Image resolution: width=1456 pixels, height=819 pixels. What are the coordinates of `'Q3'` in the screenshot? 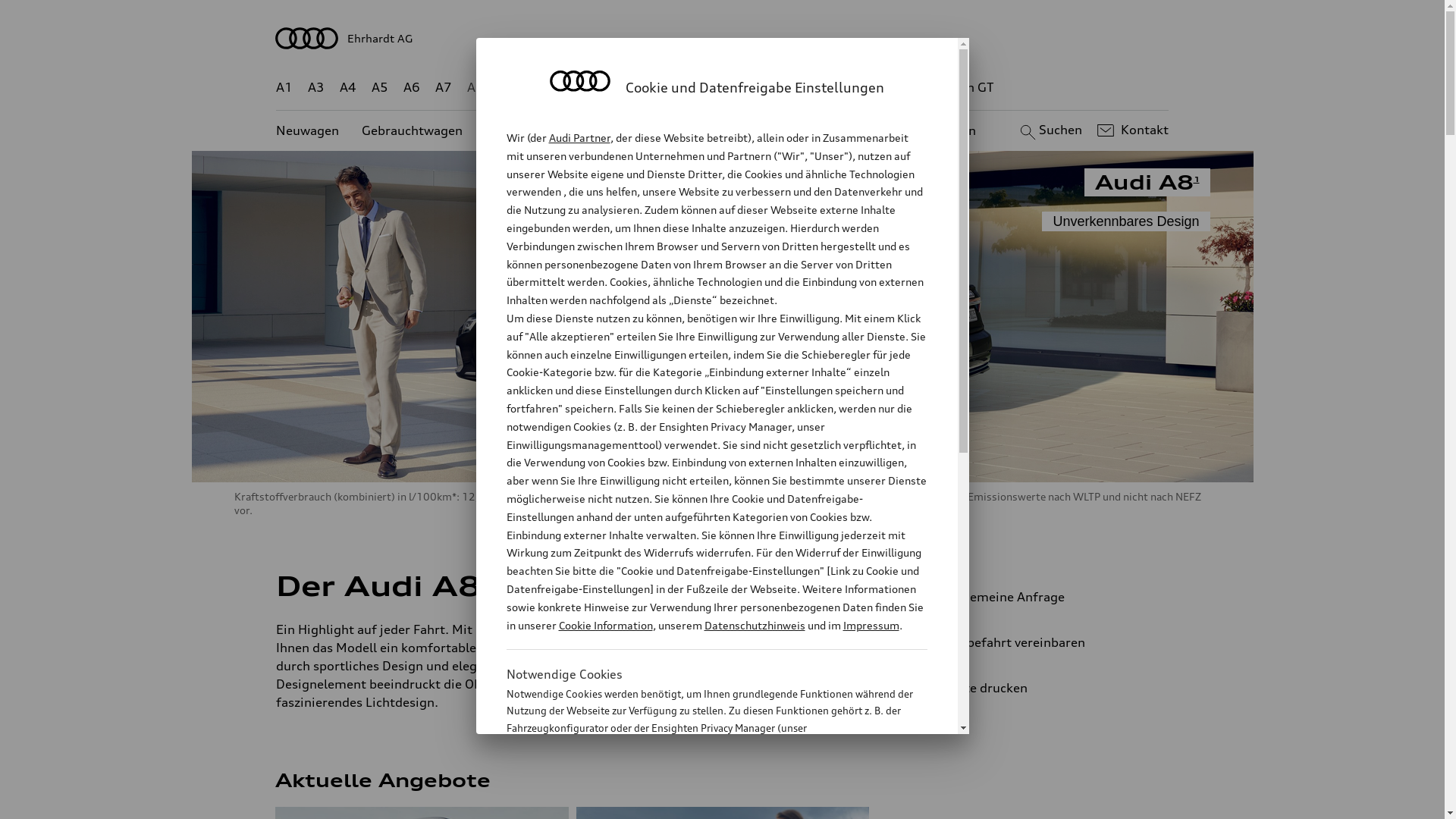 It's located at (540, 87).